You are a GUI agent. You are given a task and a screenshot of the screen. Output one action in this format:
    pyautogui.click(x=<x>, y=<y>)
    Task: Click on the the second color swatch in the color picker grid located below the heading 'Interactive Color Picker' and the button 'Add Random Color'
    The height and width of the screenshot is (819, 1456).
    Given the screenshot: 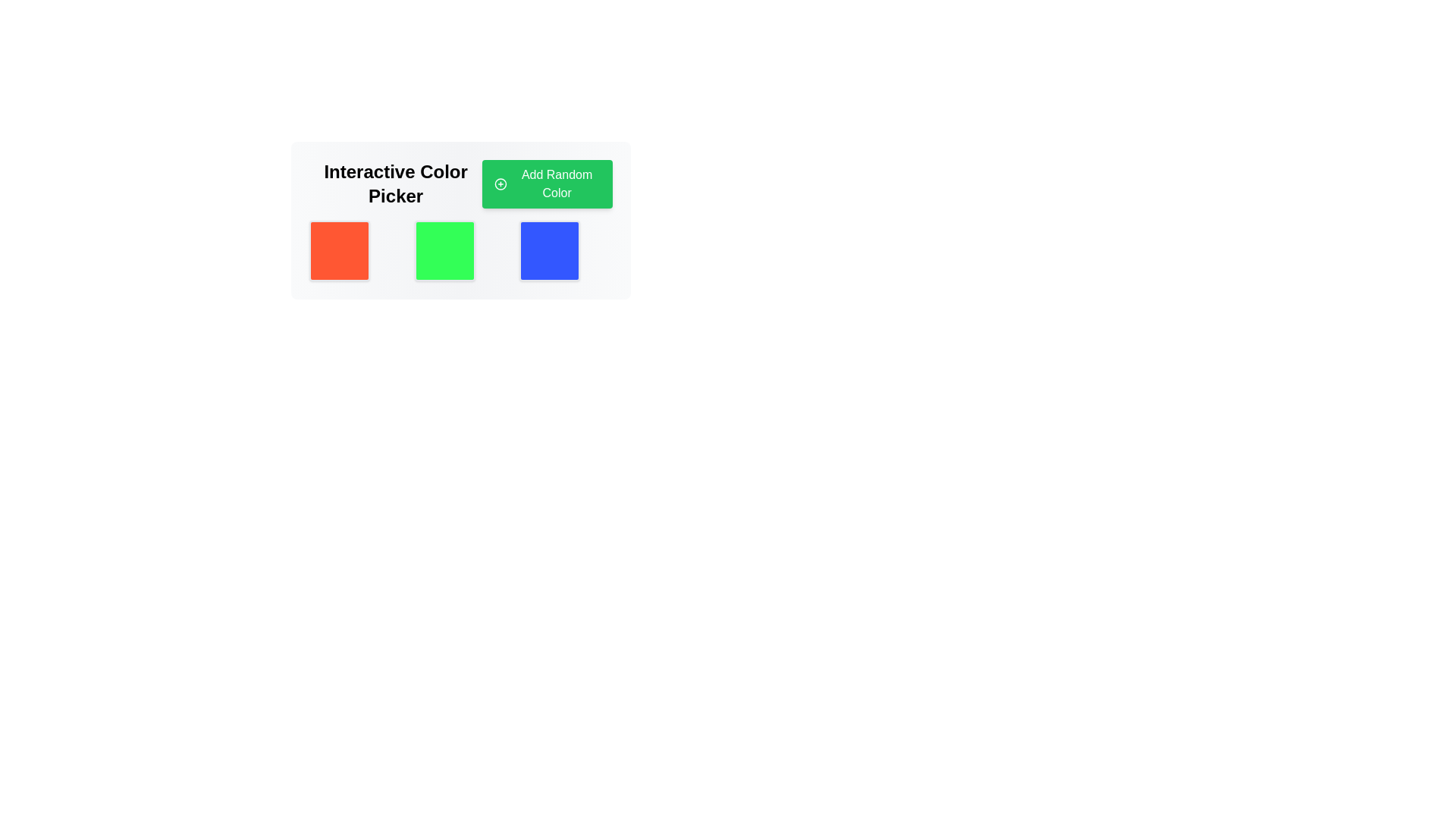 What is the action you would take?
    pyautogui.click(x=460, y=220)
    